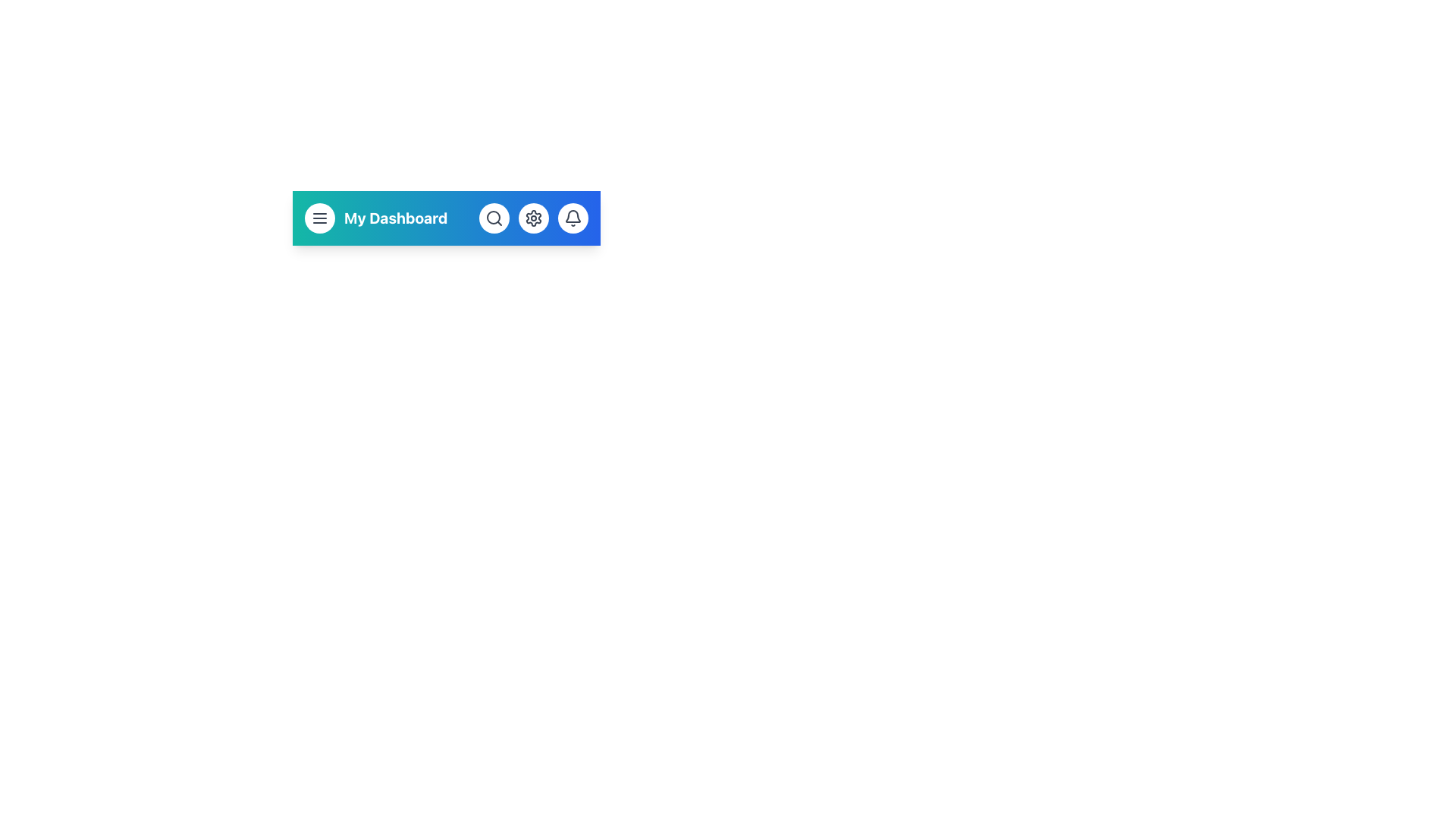 The width and height of the screenshot is (1456, 819). What do you see at coordinates (534, 218) in the screenshot?
I see `the gear/settings icon located in the navigation bar` at bounding box center [534, 218].